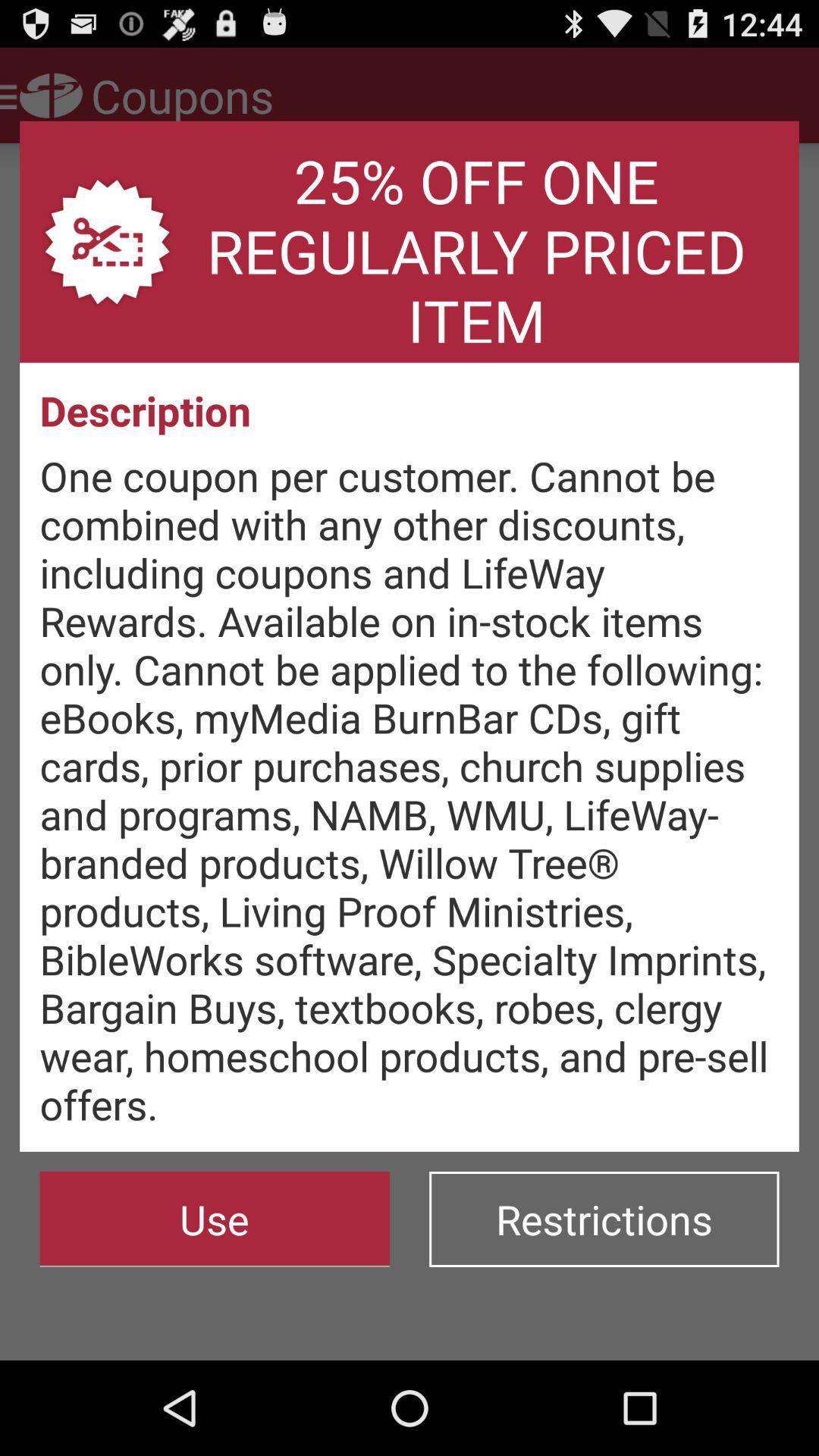 The image size is (819, 1456). Describe the element at coordinates (215, 1219) in the screenshot. I see `icon to the left of the restrictions` at that location.